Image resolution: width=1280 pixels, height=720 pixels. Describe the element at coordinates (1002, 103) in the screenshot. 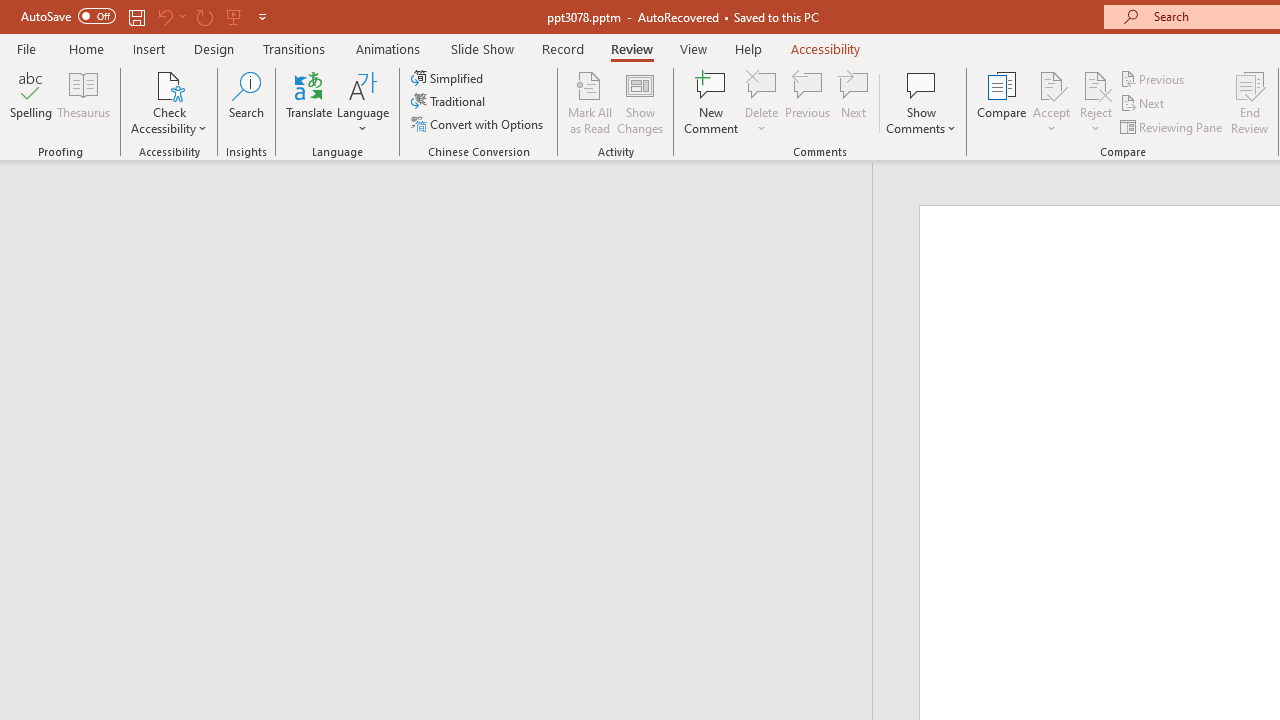

I see `'Compare'` at that location.